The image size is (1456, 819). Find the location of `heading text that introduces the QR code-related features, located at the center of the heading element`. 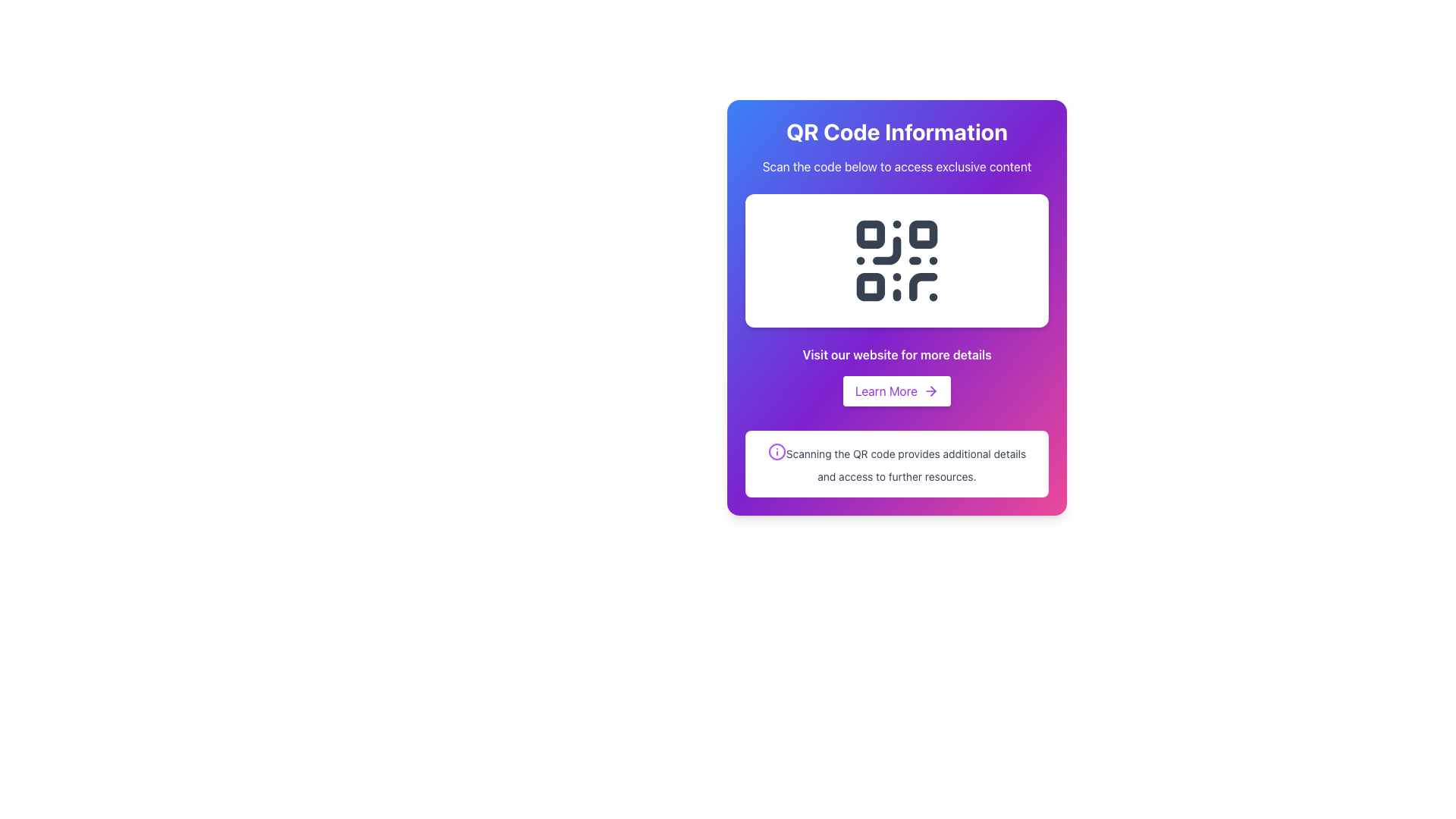

heading text that introduces the QR code-related features, located at the center of the heading element is located at coordinates (896, 130).